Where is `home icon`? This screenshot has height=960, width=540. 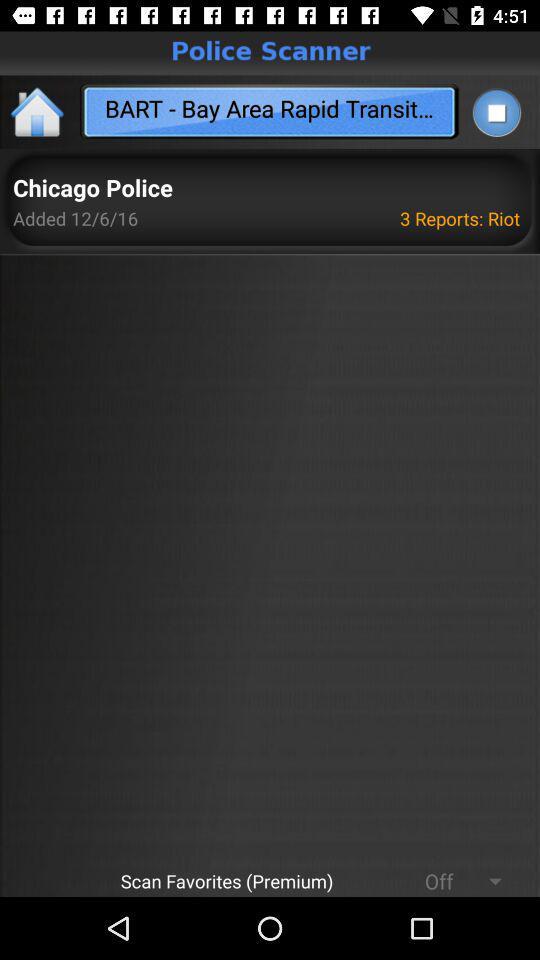 home icon is located at coordinates (38, 111).